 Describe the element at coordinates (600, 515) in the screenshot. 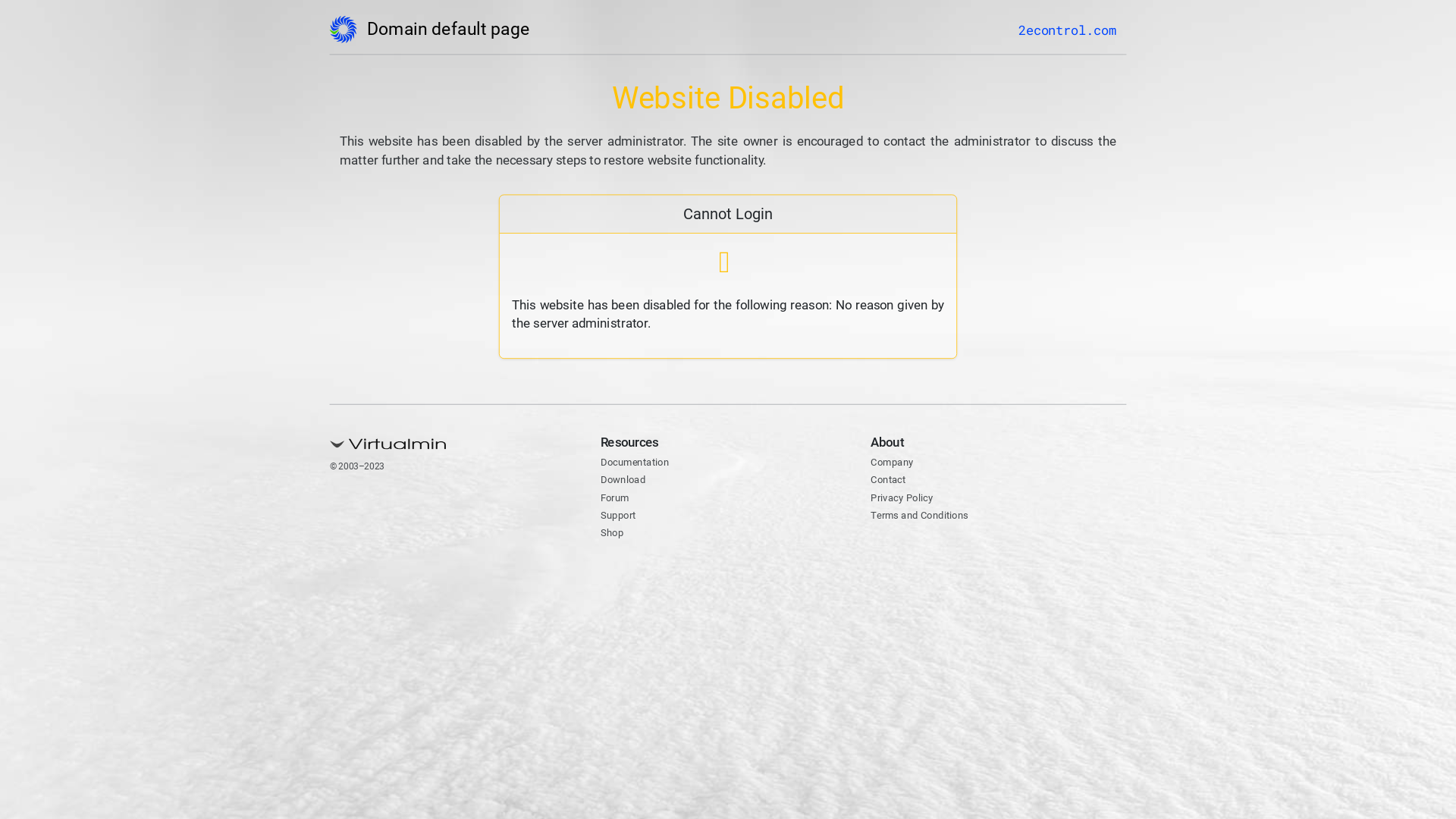

I see `'Support'` at that location.